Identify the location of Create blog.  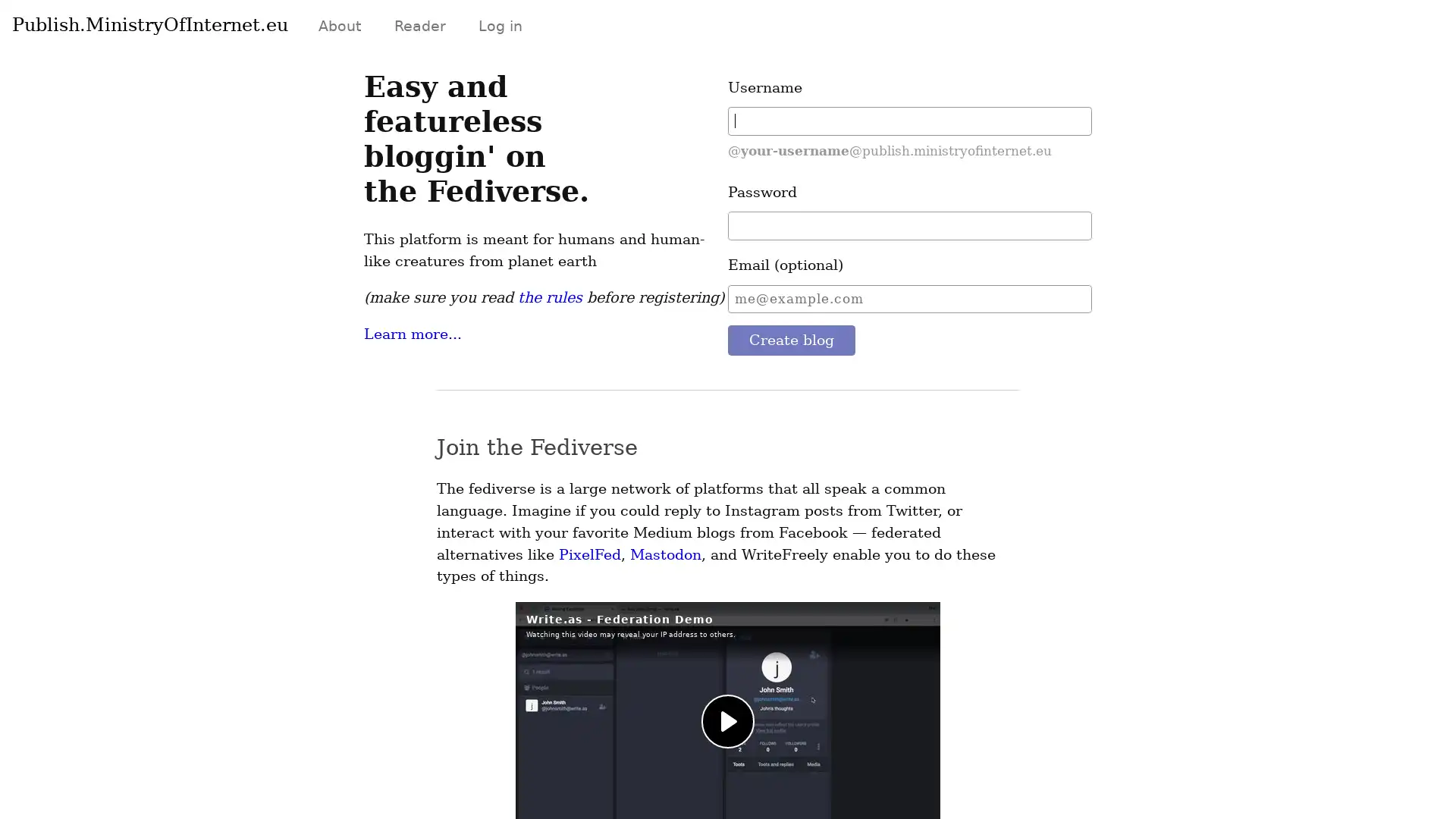
(791, 341).